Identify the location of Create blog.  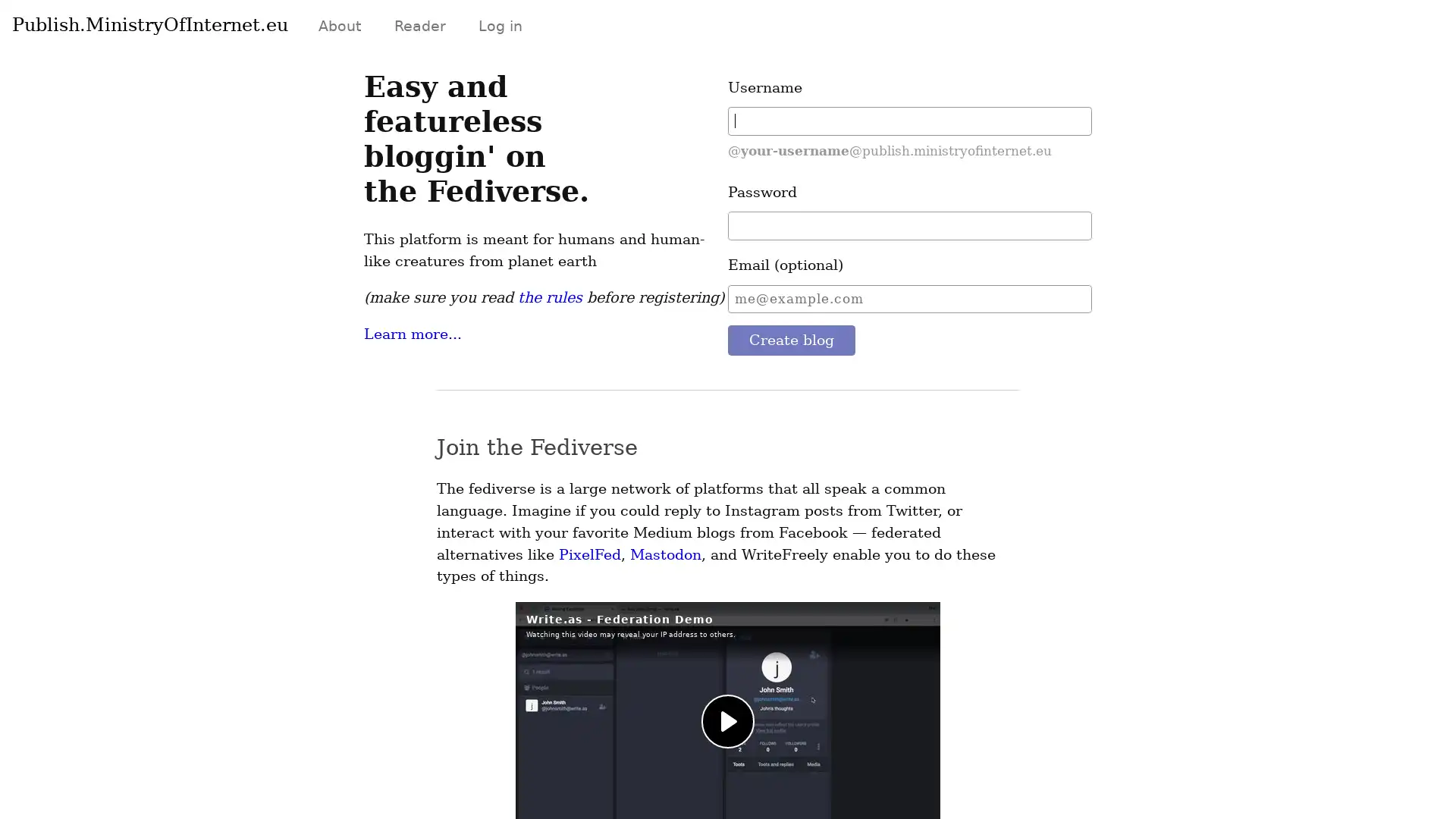
(791, 341).